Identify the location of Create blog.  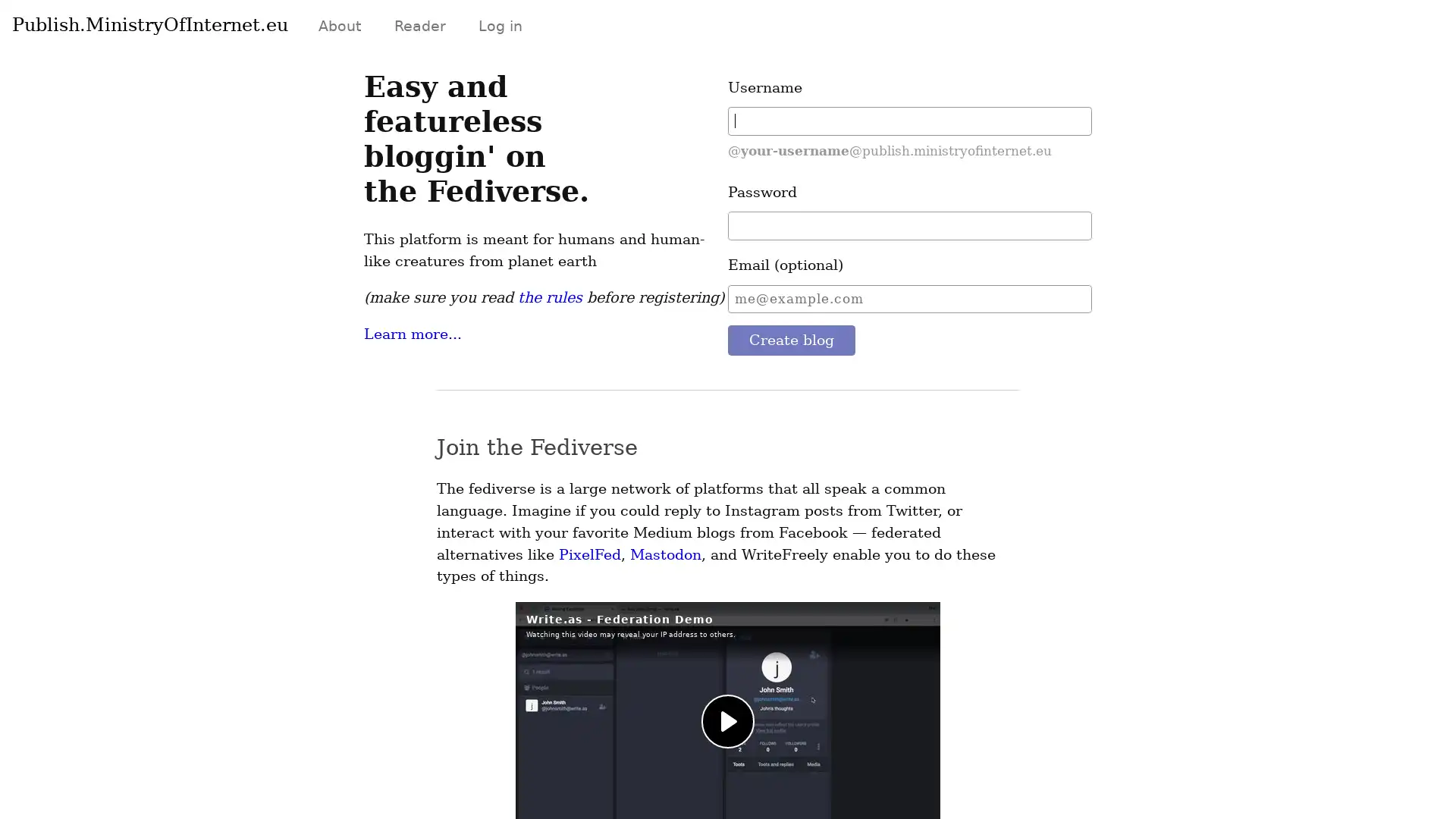
(791, 341).